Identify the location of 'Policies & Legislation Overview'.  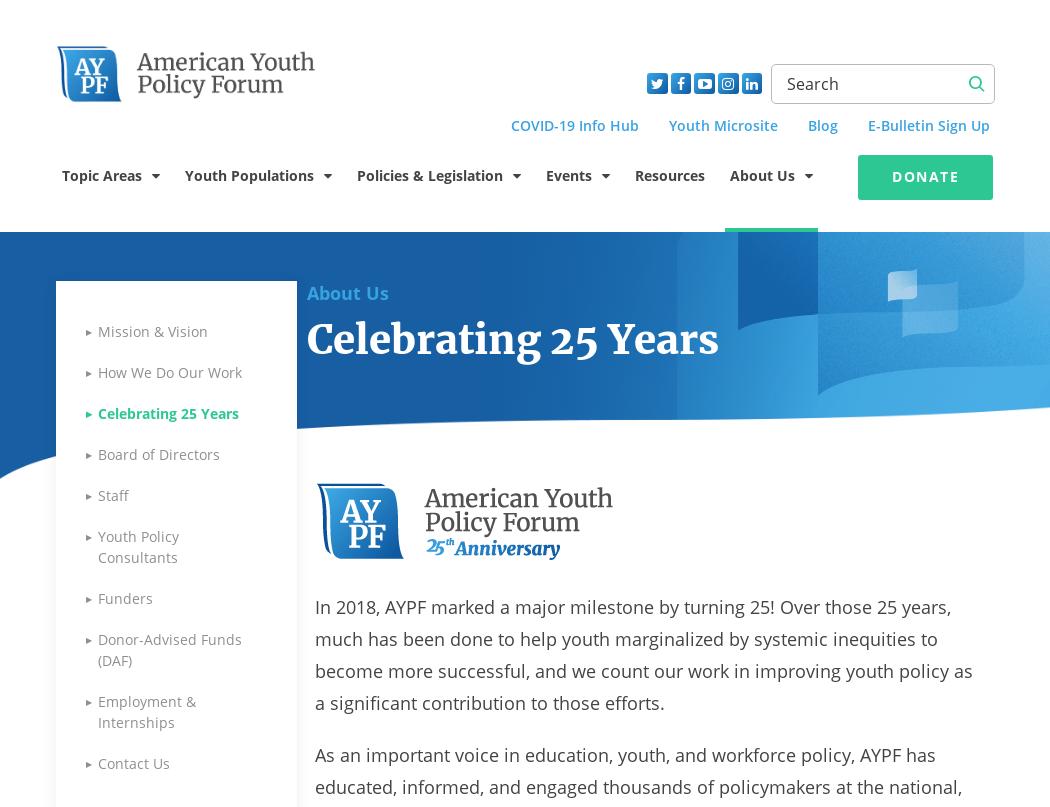
(445, 244).